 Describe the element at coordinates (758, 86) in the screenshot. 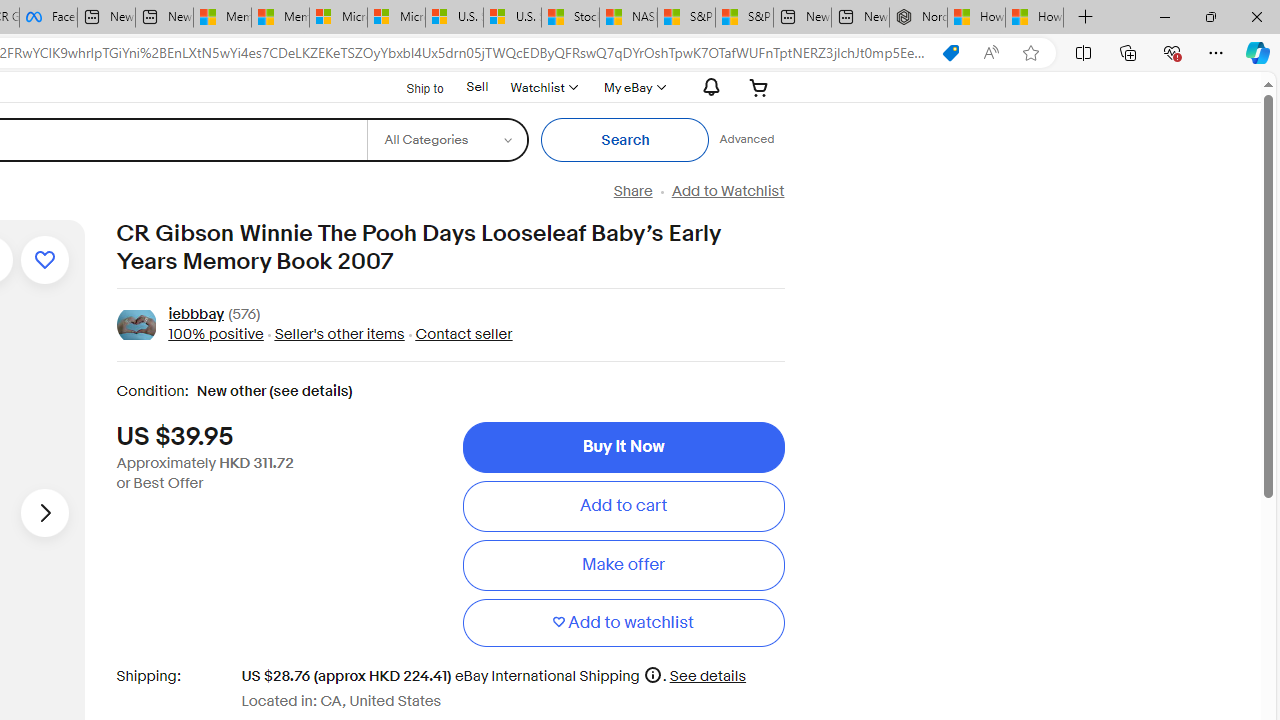

I see `'Your shopping cart'` at that location.